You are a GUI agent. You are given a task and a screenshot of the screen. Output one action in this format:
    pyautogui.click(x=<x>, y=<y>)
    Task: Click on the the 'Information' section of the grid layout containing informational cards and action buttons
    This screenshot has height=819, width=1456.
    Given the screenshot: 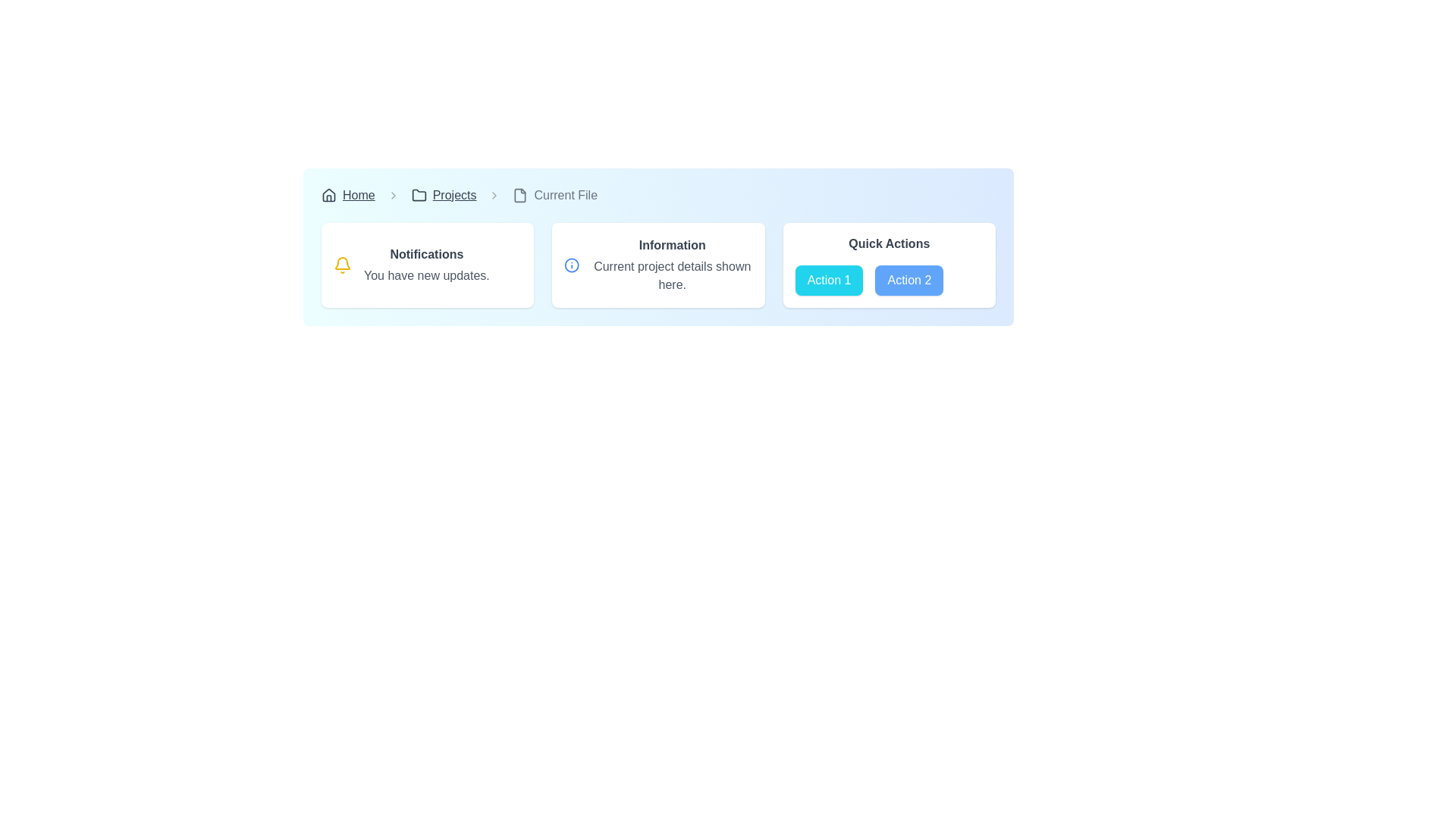 What is the action you would take?
    pyautogui.click(x=658, y=265)
    